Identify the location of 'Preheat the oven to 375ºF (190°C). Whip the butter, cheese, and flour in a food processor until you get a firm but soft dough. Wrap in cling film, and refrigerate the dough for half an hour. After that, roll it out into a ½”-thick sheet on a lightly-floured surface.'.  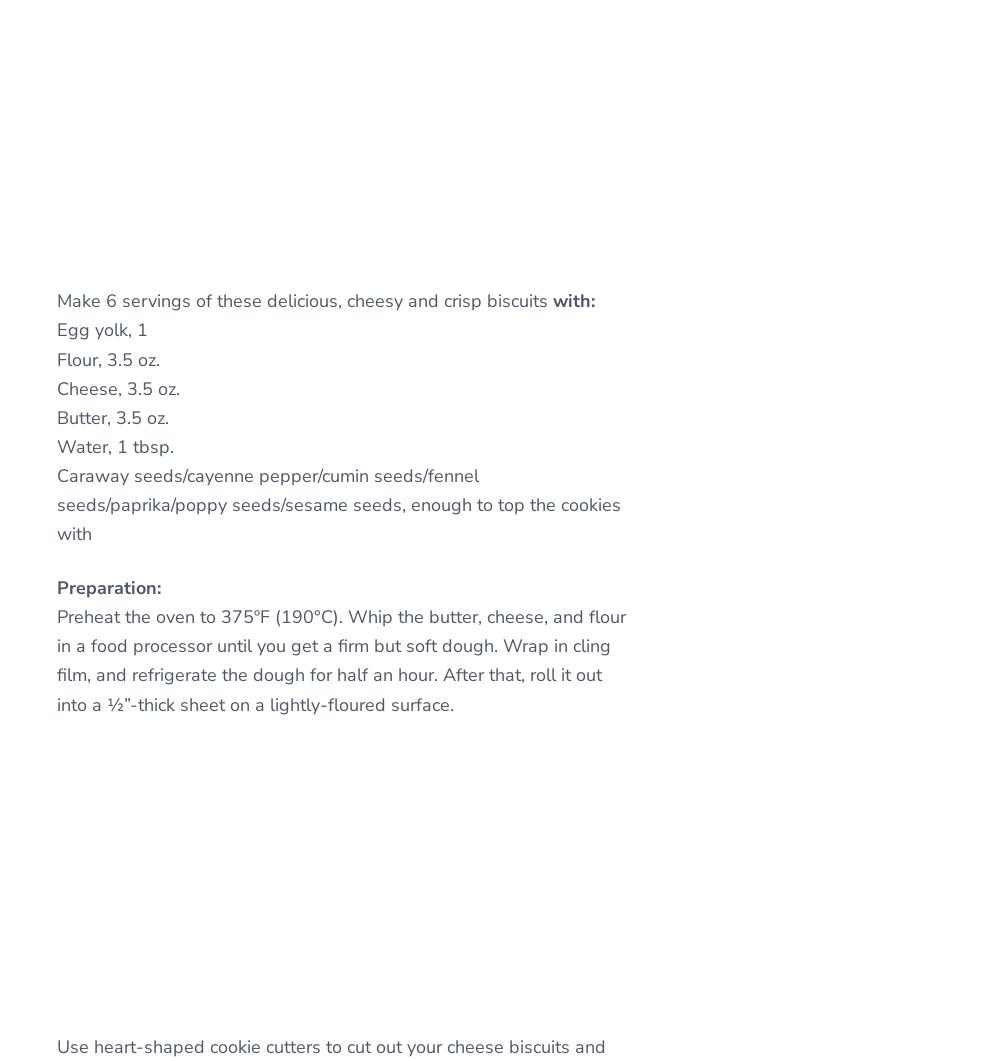
(340, 659).